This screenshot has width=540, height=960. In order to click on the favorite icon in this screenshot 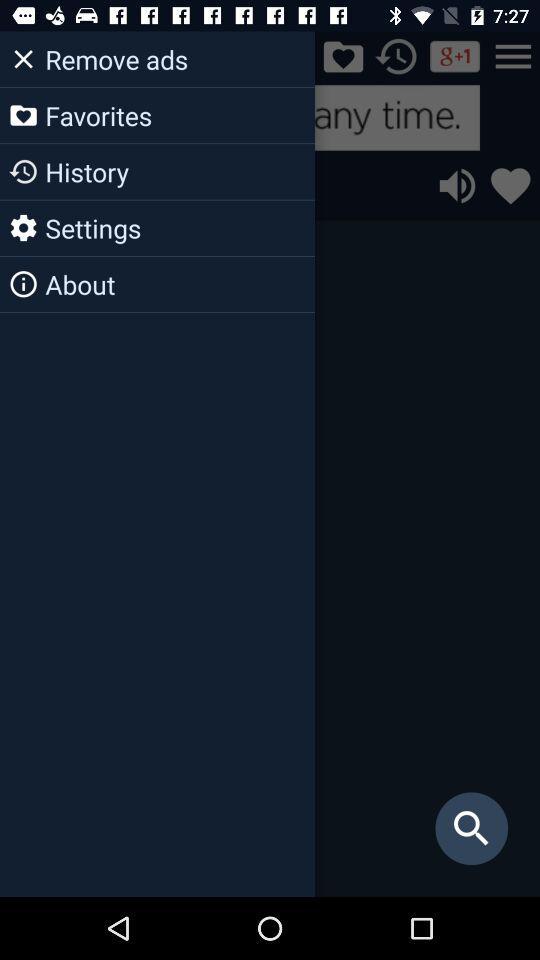, I will do `click(510, 185)`.